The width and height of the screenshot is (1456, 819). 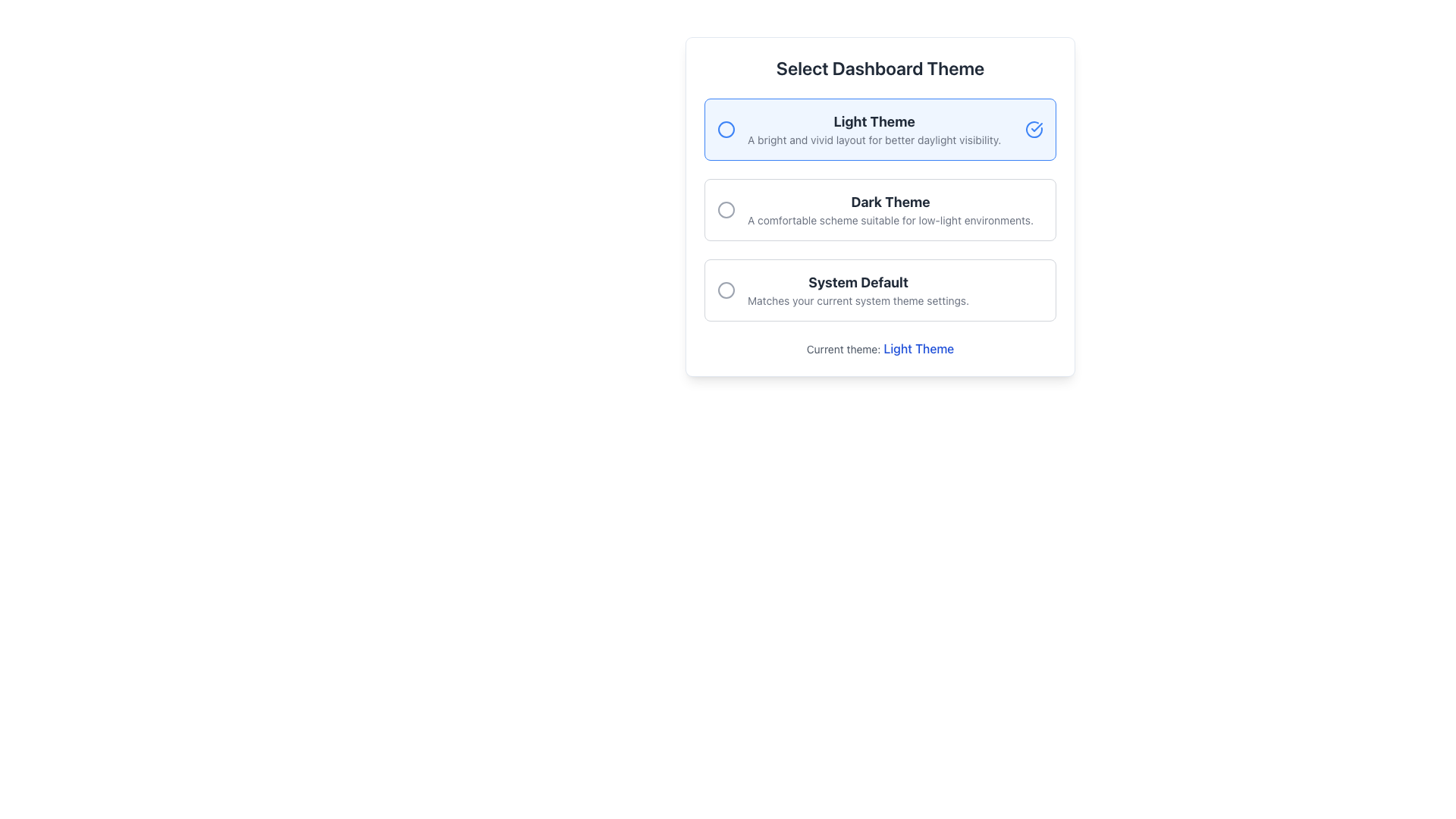 I want to click on descriptive text of the 'Light Theme' label, which is the first textual item in the 'Select Dashboard Theme' dialog box, positioned between a blue icon and a blue checkmark icon, so click(x=874, y=128).